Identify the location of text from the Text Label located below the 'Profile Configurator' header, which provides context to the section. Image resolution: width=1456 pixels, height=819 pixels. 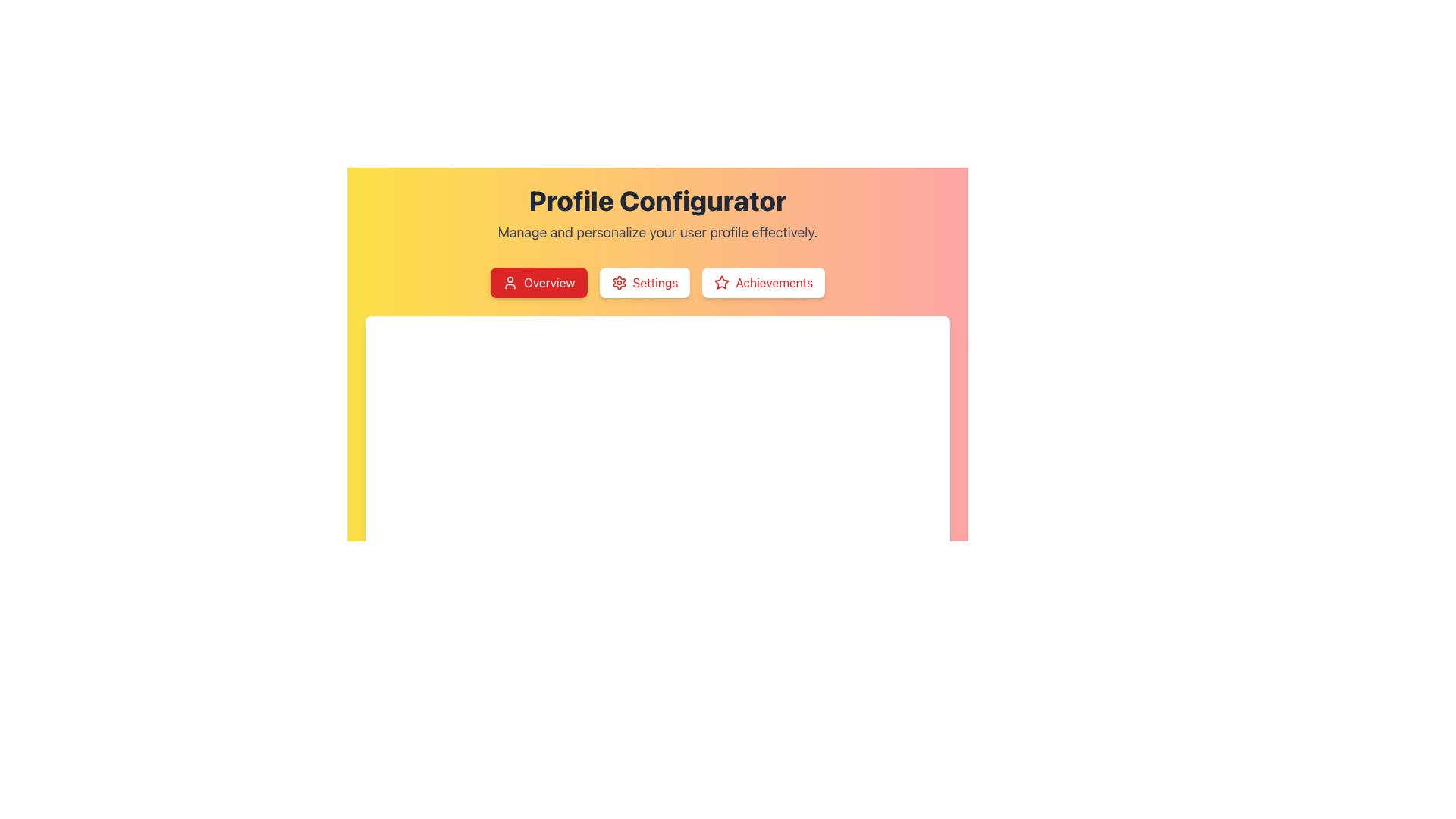
(657, 233).